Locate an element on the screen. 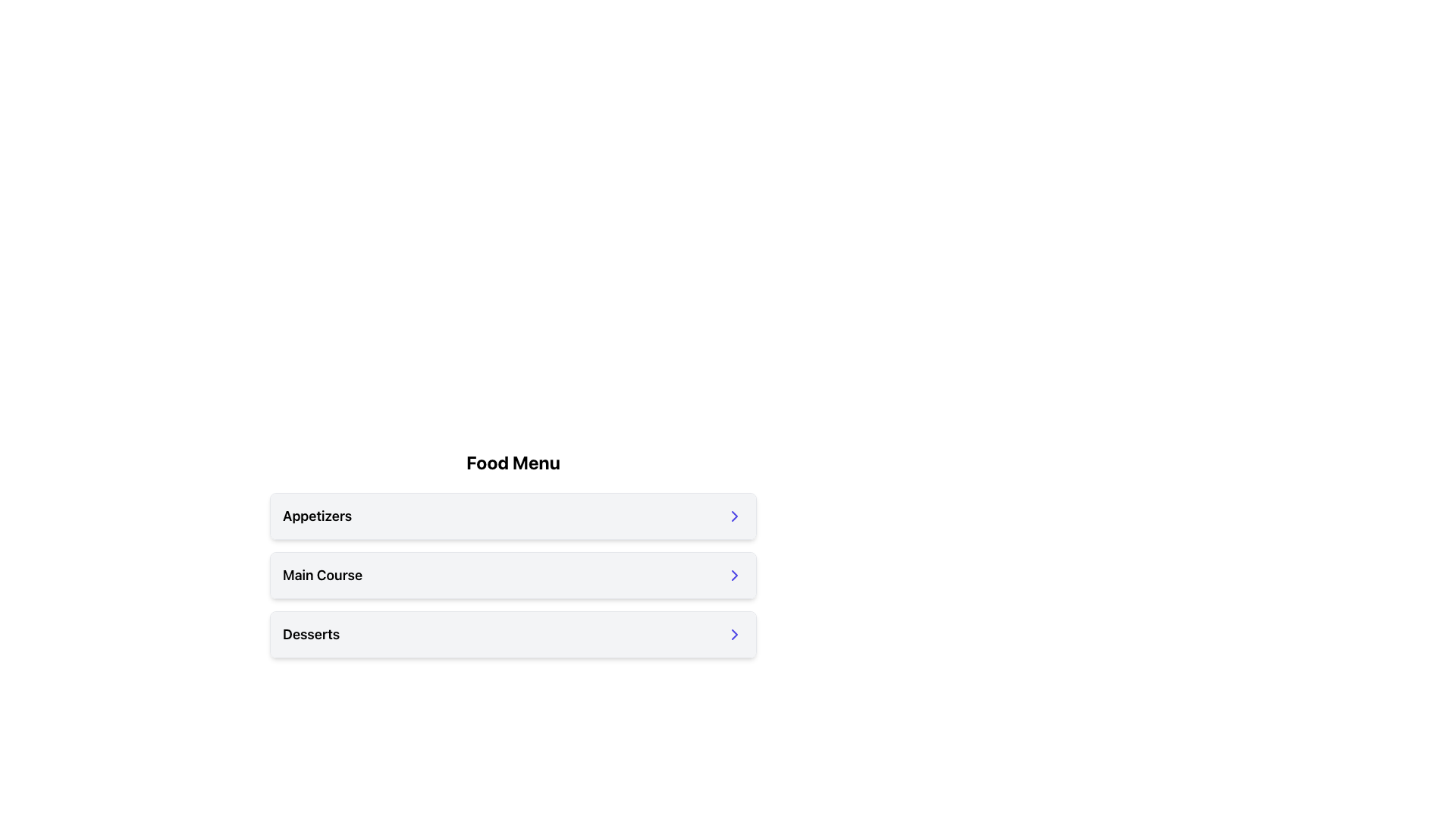 The image size is (1456, 819). text from the prominently styled 'Food Menu' label located at the top of the menu section, which is centered horizontally above the submenu items is located at coordinates (513, 461).